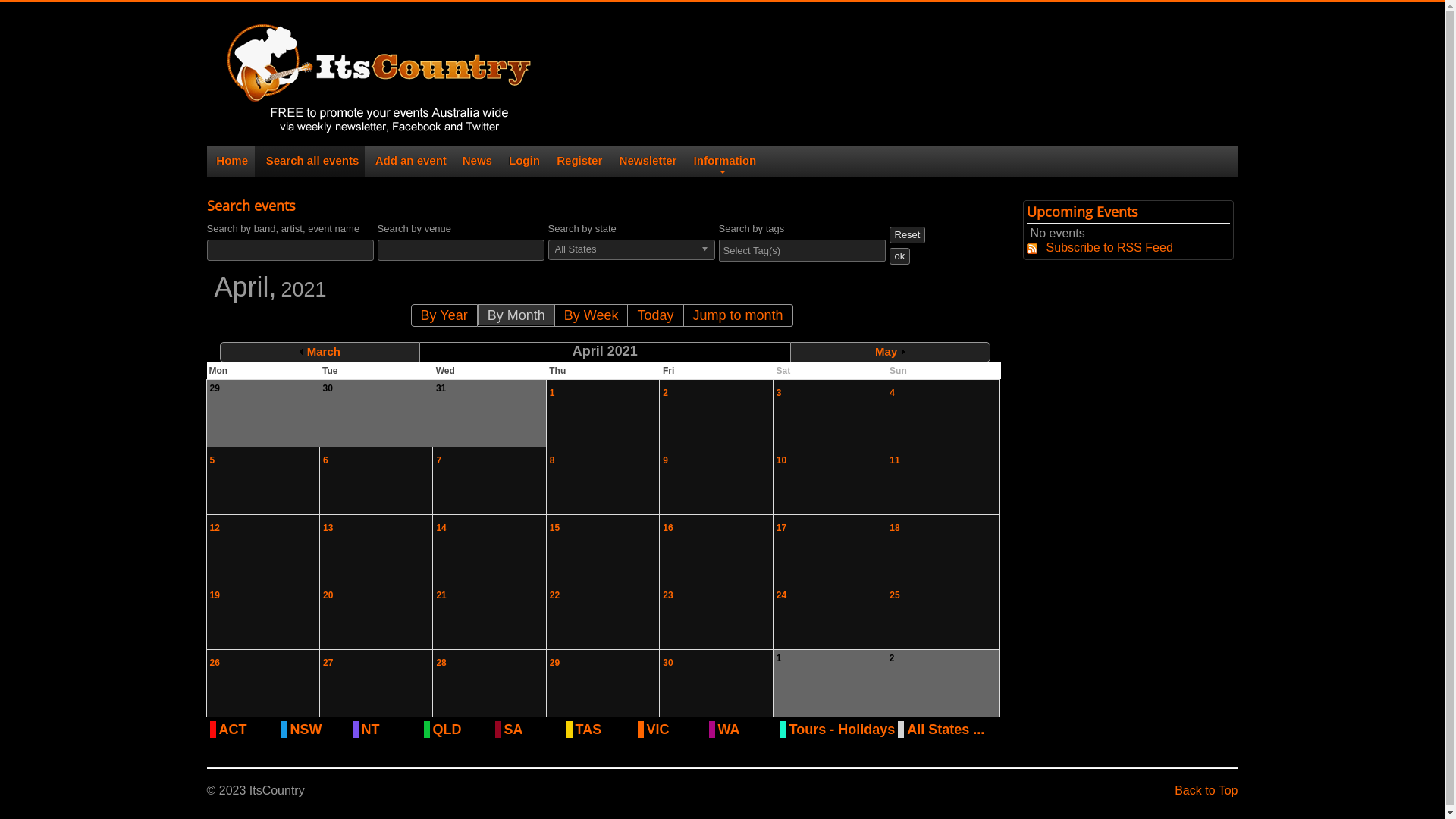 This screenshot has width=1456, height=819. Describe the element at coordinates (776, 459) in the screenshot. I see `'10'` at that location.